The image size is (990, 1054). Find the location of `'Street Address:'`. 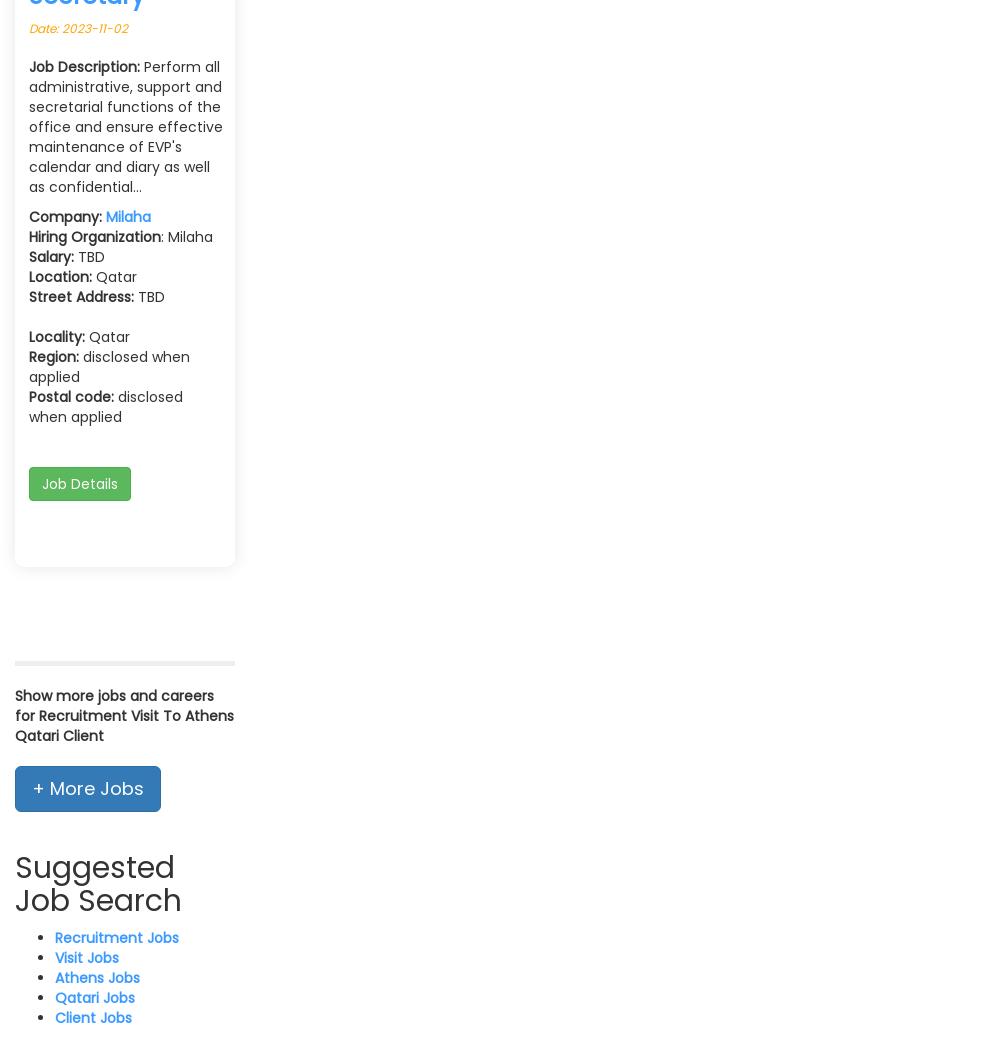

'Street Address:' is located at coordinates (81, 294).